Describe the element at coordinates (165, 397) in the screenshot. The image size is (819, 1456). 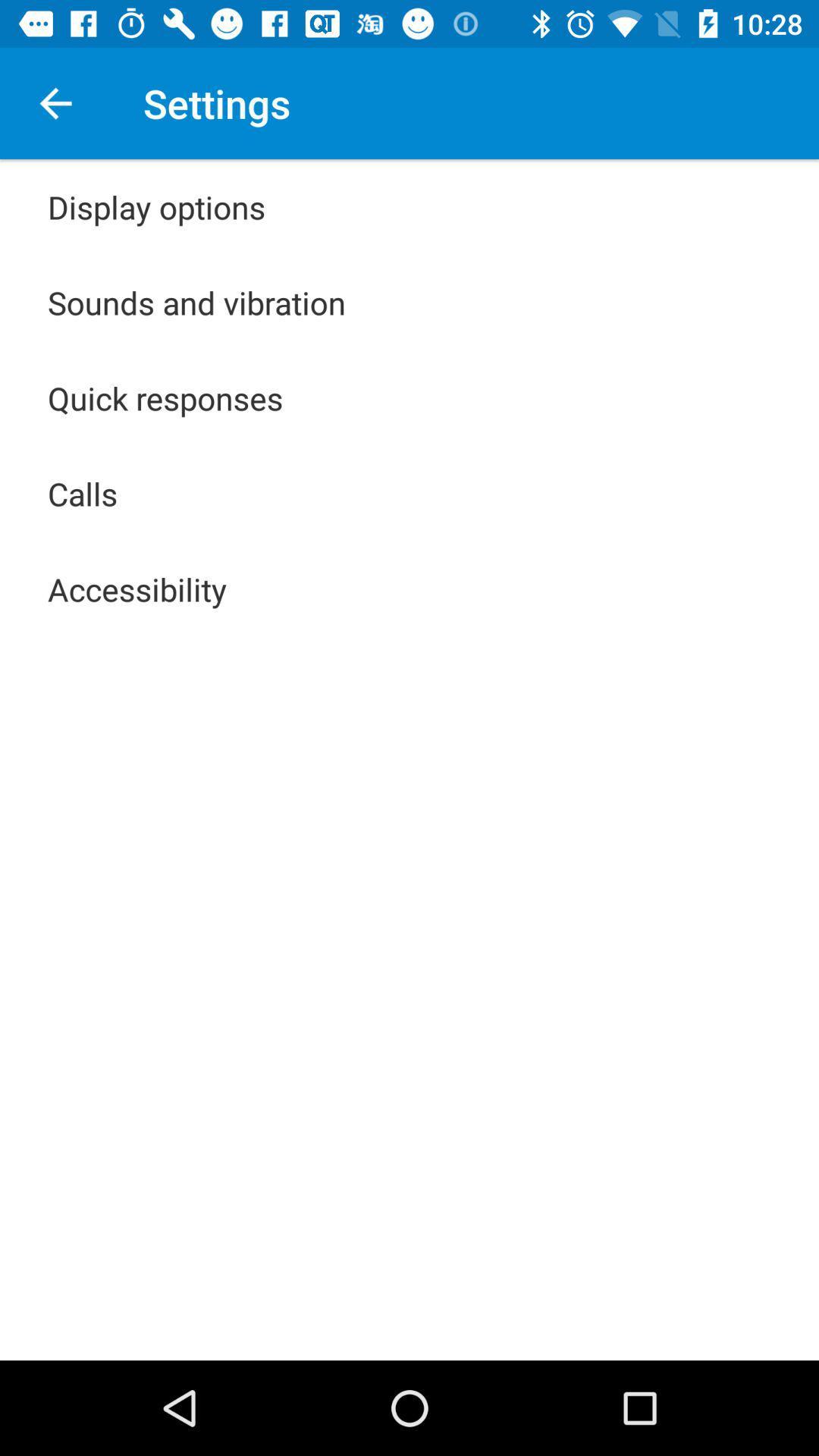
I see `quick responses app` at that location.